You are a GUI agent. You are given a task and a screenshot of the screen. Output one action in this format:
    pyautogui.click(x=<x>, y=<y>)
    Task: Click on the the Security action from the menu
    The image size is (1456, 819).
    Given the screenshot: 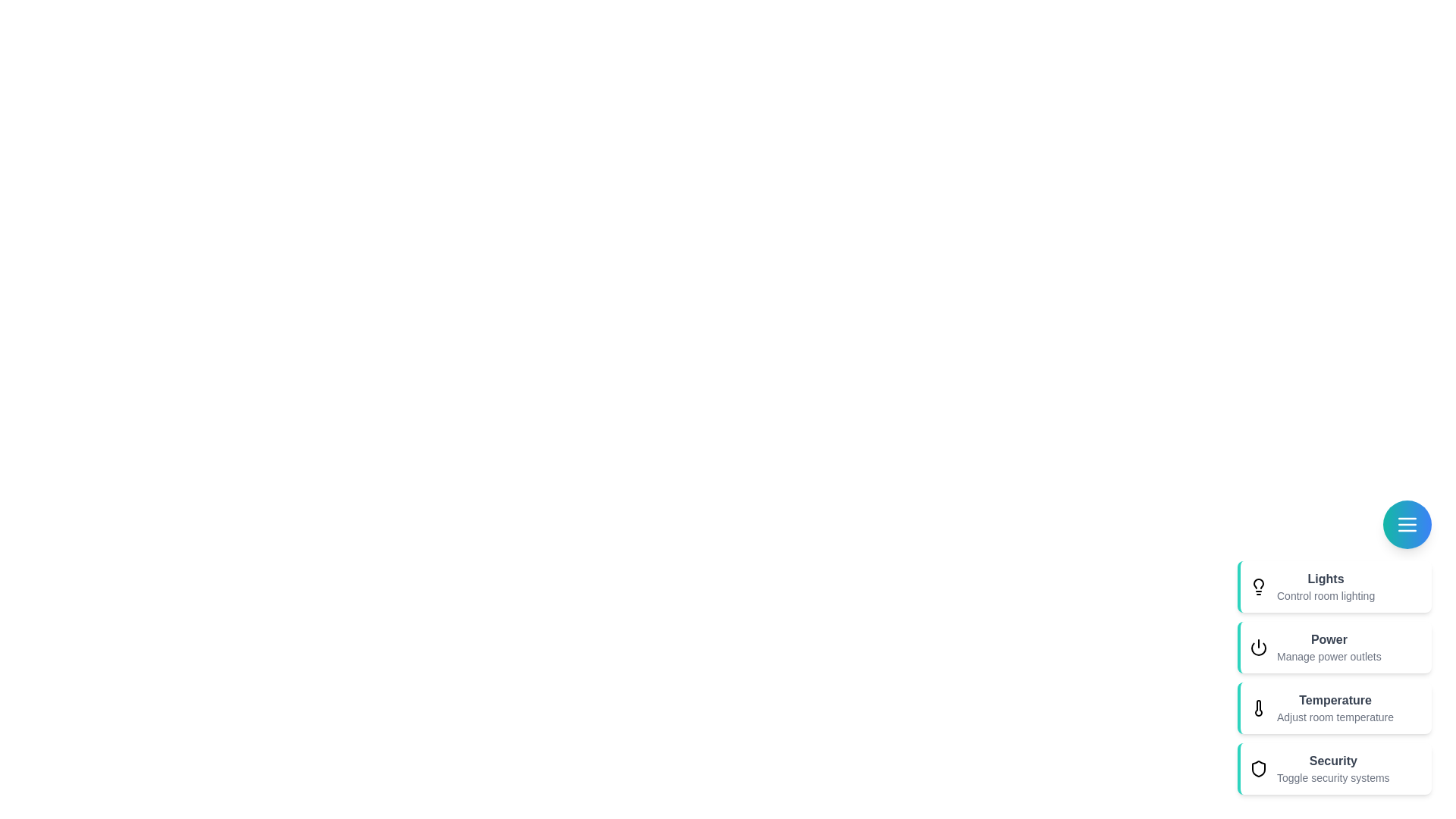 What is the action you would take?
    pyautogui.click(x=1335, y=769)
    